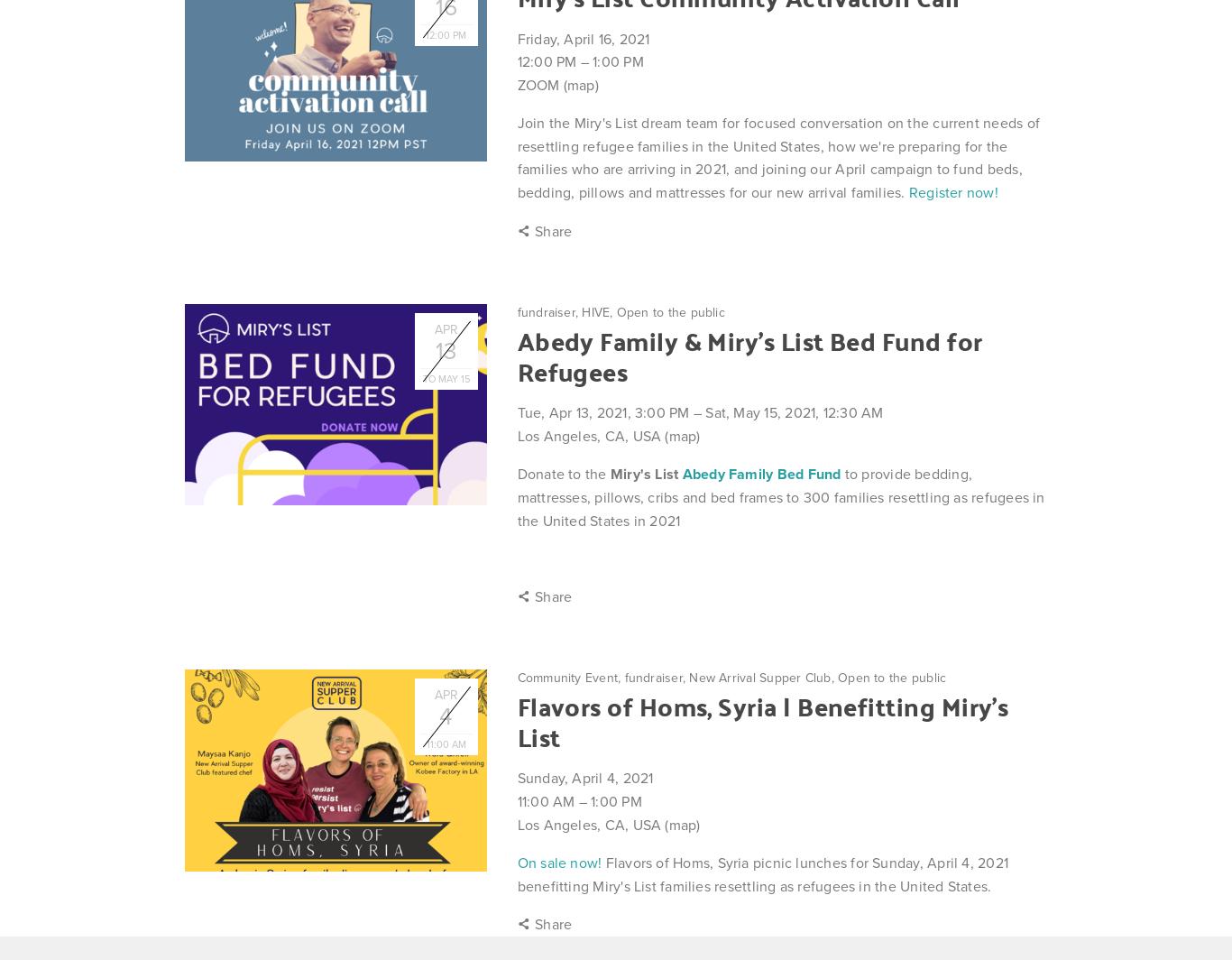  Describe the element at coordinates (759, 678) in the screenshot. I see `'New Arrival Supper Club'` at that location.